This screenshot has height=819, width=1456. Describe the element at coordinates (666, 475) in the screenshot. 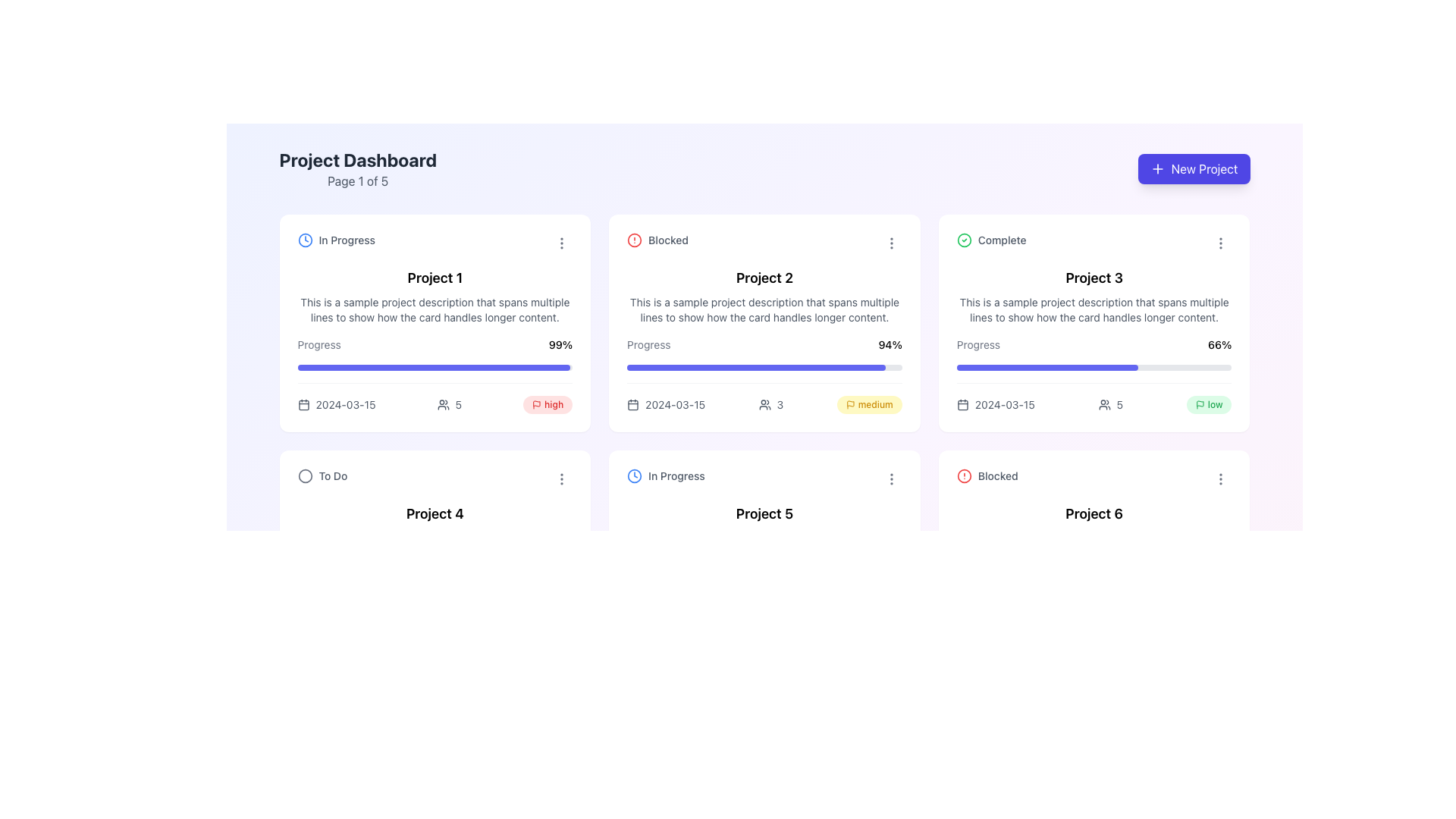

I see `status text from the Status Indicator located at the top-left corner of the 'Project 5' card in the second row, which provides visual and textual feedback about the project's progress` at that location.